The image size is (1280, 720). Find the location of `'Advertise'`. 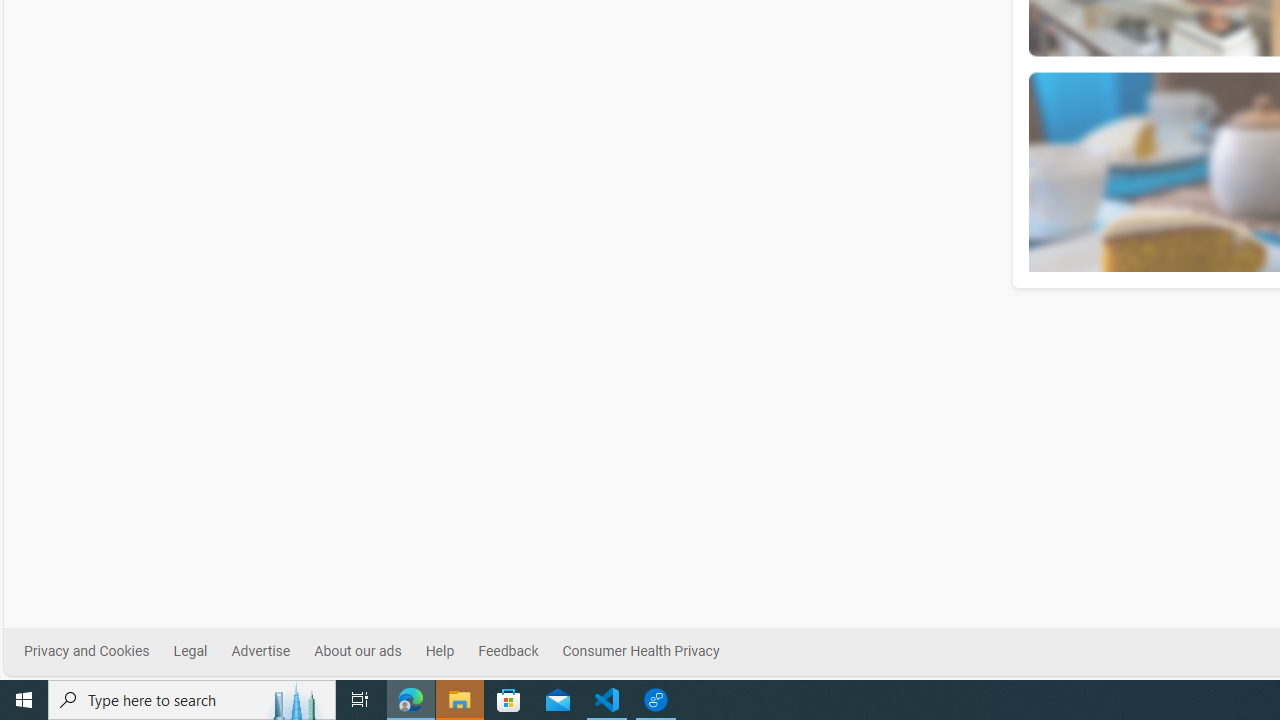

'Advertise' is located at coordinates (271, 651).